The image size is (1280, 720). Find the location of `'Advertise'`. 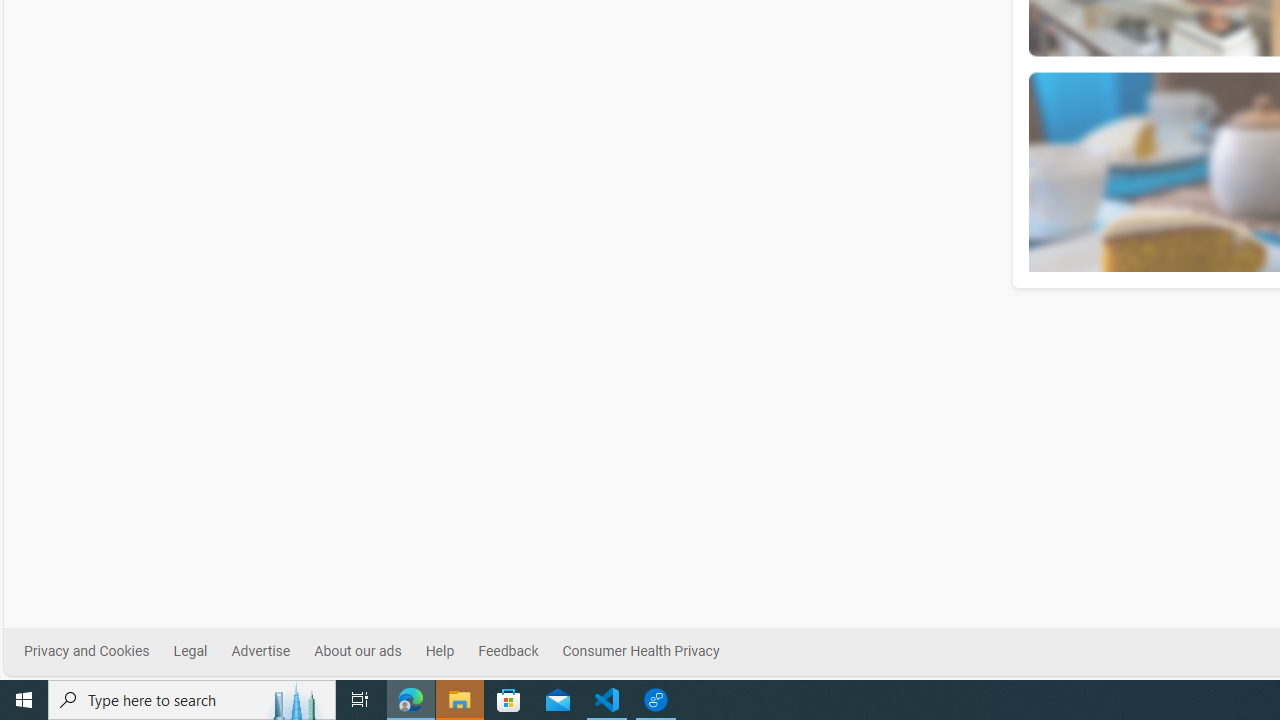

'Advertise' is located at coordinates (271, 651).